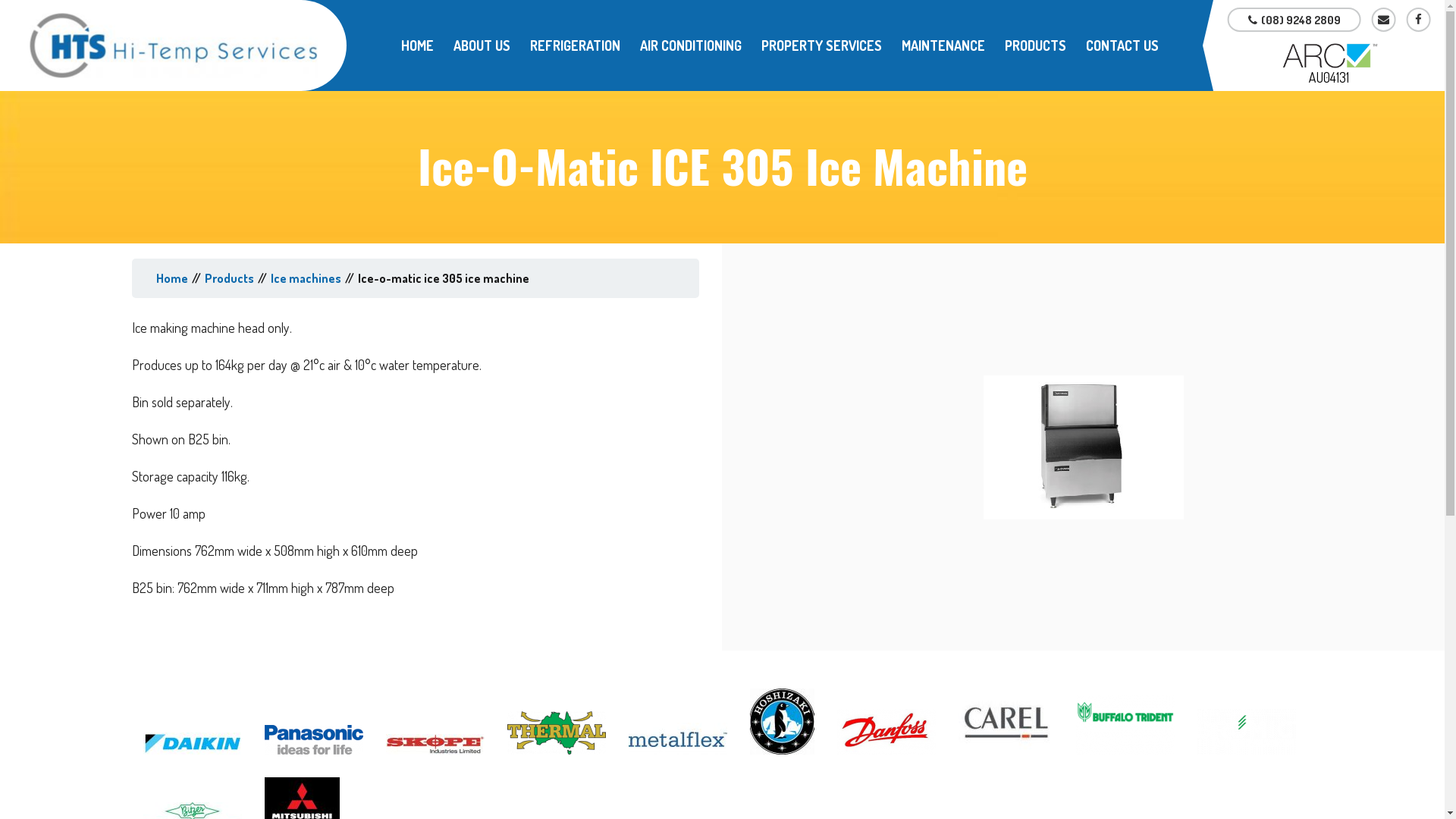 The height and width of the screenshot is (819, 1456). Describe the element at coordinates (173, 45) in the screenshot. I see `'HI-TEMP SERVICES'` at that location.